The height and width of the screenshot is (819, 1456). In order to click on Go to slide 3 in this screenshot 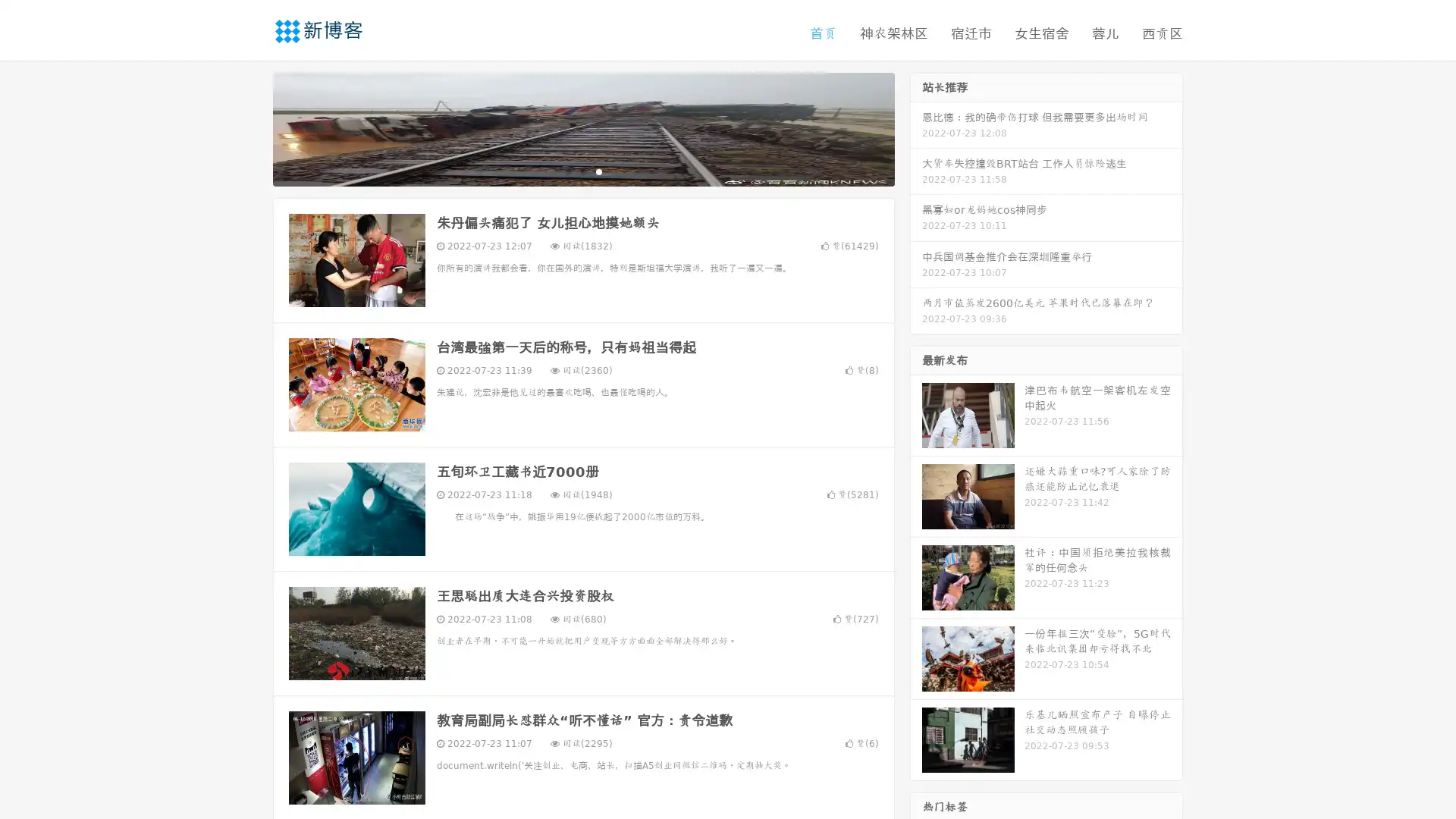, I will do `click(598, 171)`.